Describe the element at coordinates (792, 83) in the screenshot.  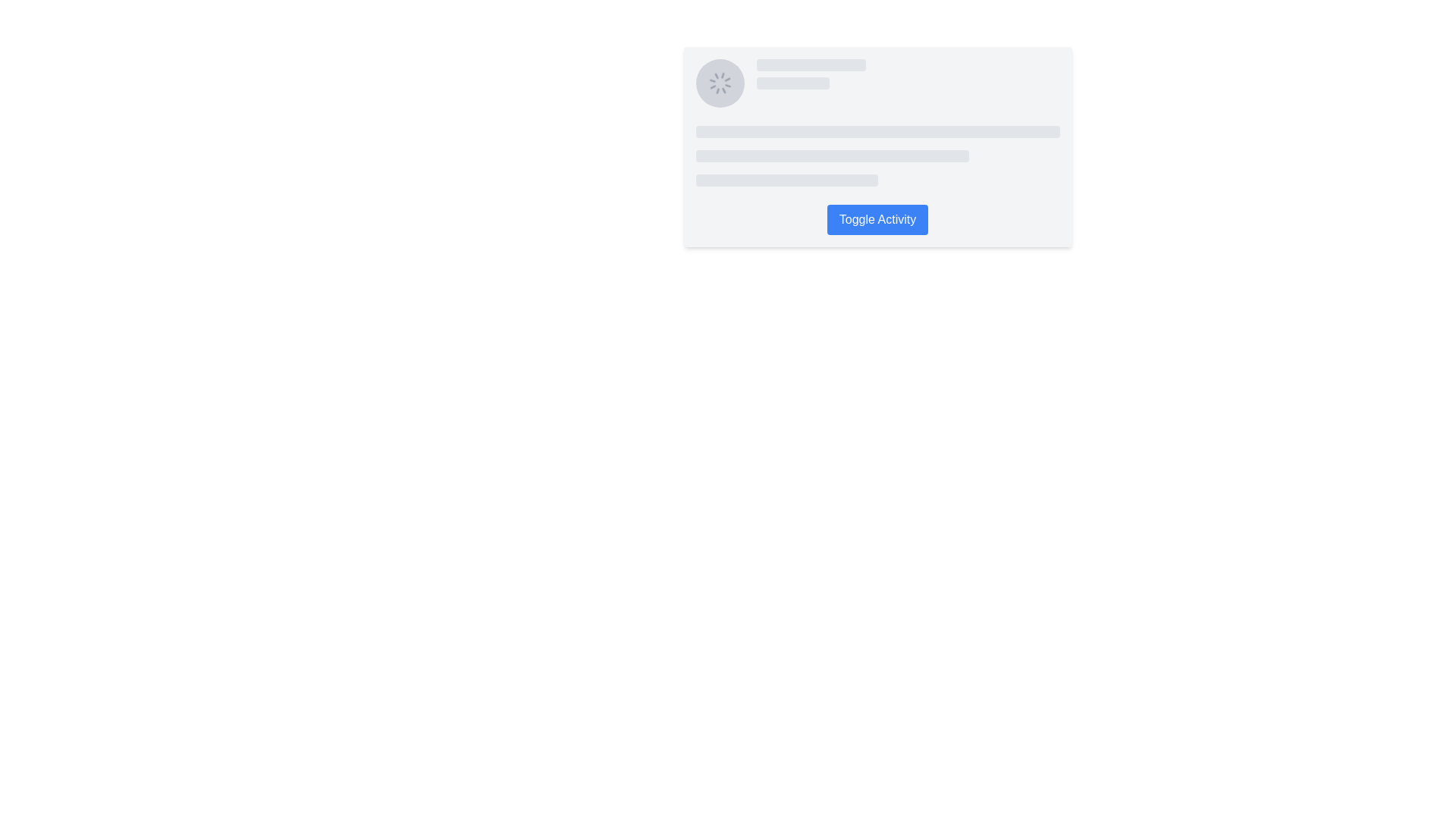
I see `the horizontal bar with rounded corners that serves as a placeholder indicator or loading animation, located beneath a wider bar in the upper part of the interface` at that location.